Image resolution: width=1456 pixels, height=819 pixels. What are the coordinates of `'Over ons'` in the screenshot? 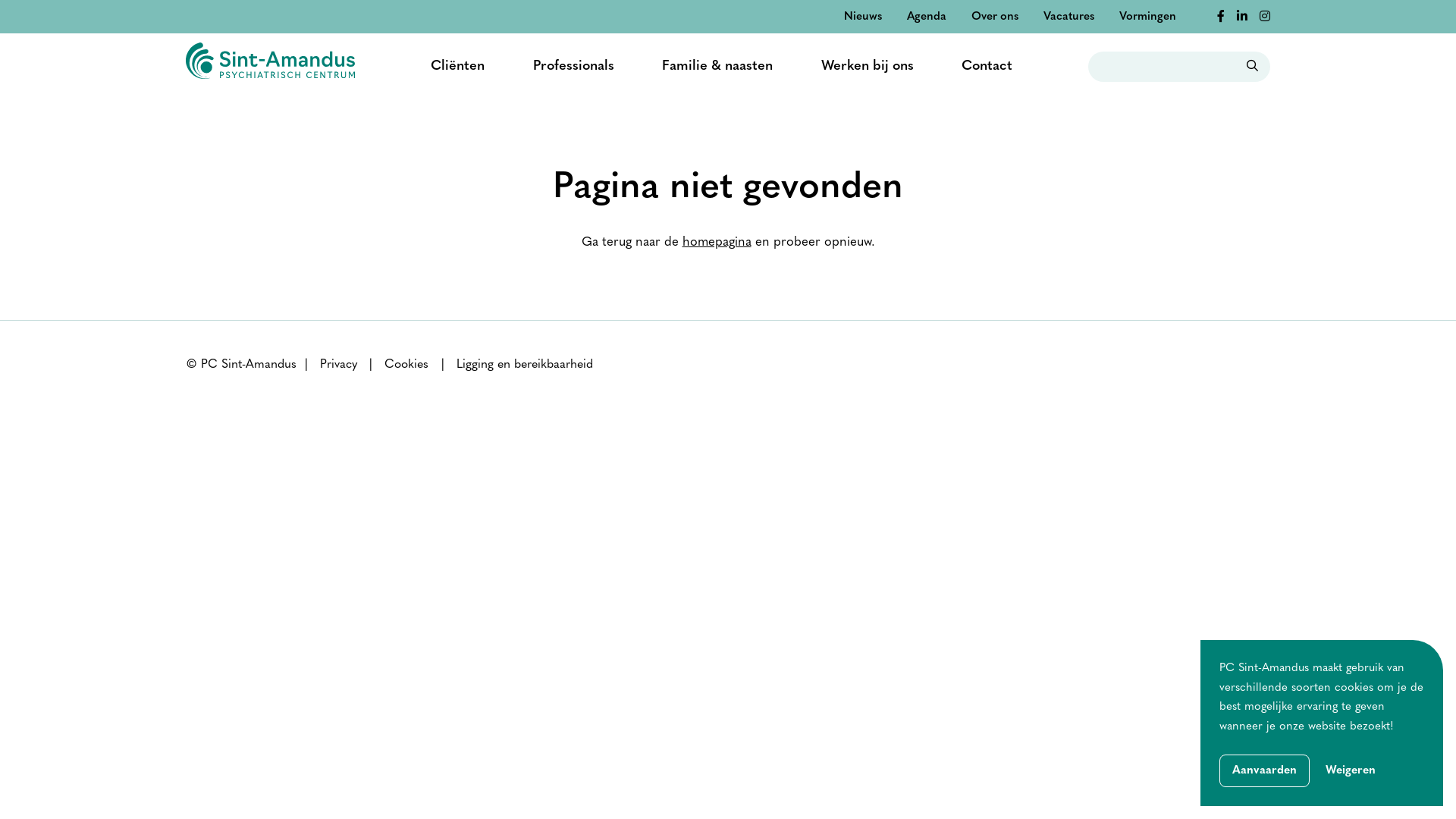 It's located at (994, 17).